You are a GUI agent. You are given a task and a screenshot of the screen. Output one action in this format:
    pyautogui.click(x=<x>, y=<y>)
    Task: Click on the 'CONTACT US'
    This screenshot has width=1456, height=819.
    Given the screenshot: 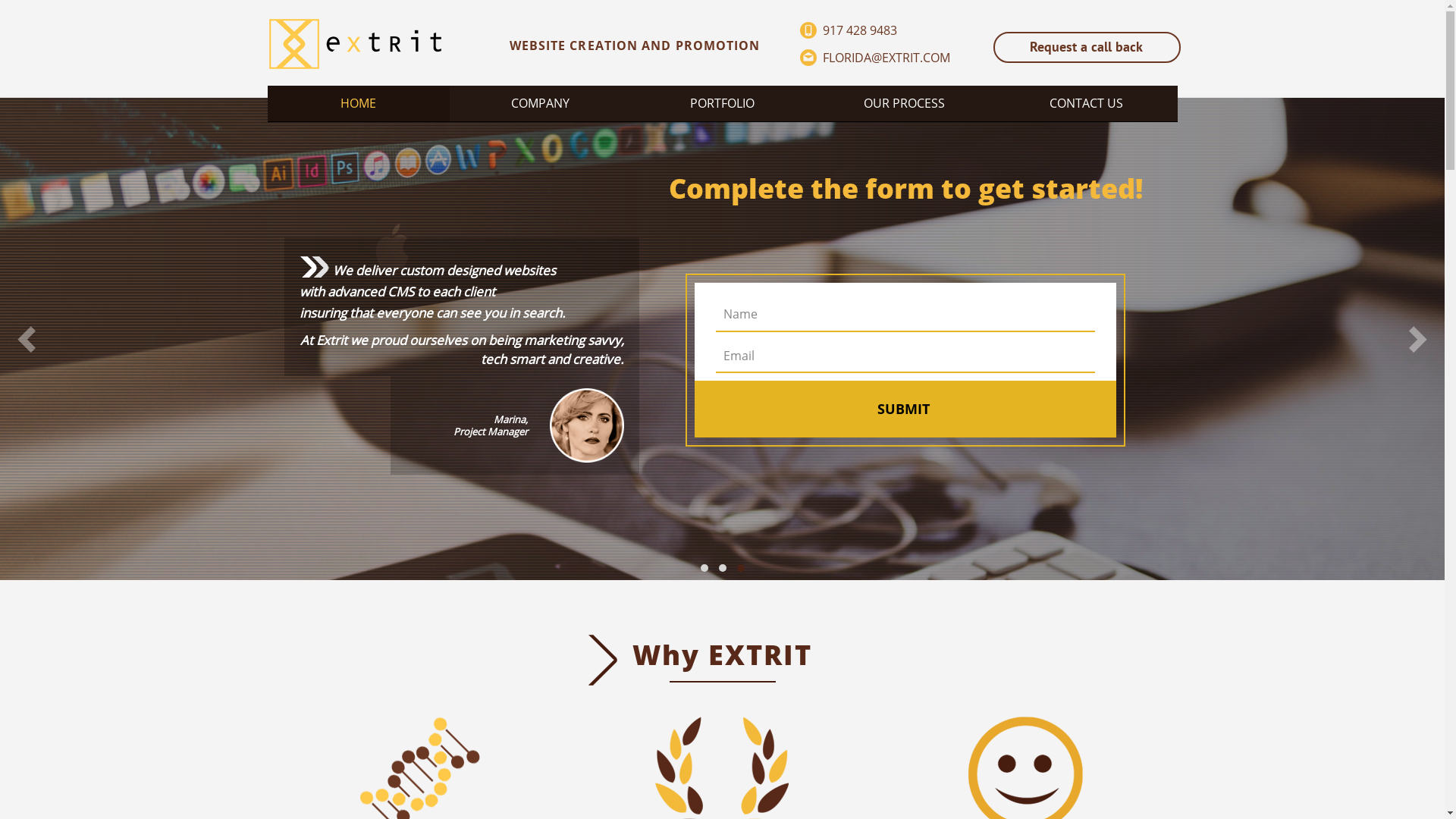 What is the action you would take?
    pyautogui.click(x=1084, y=102)
    